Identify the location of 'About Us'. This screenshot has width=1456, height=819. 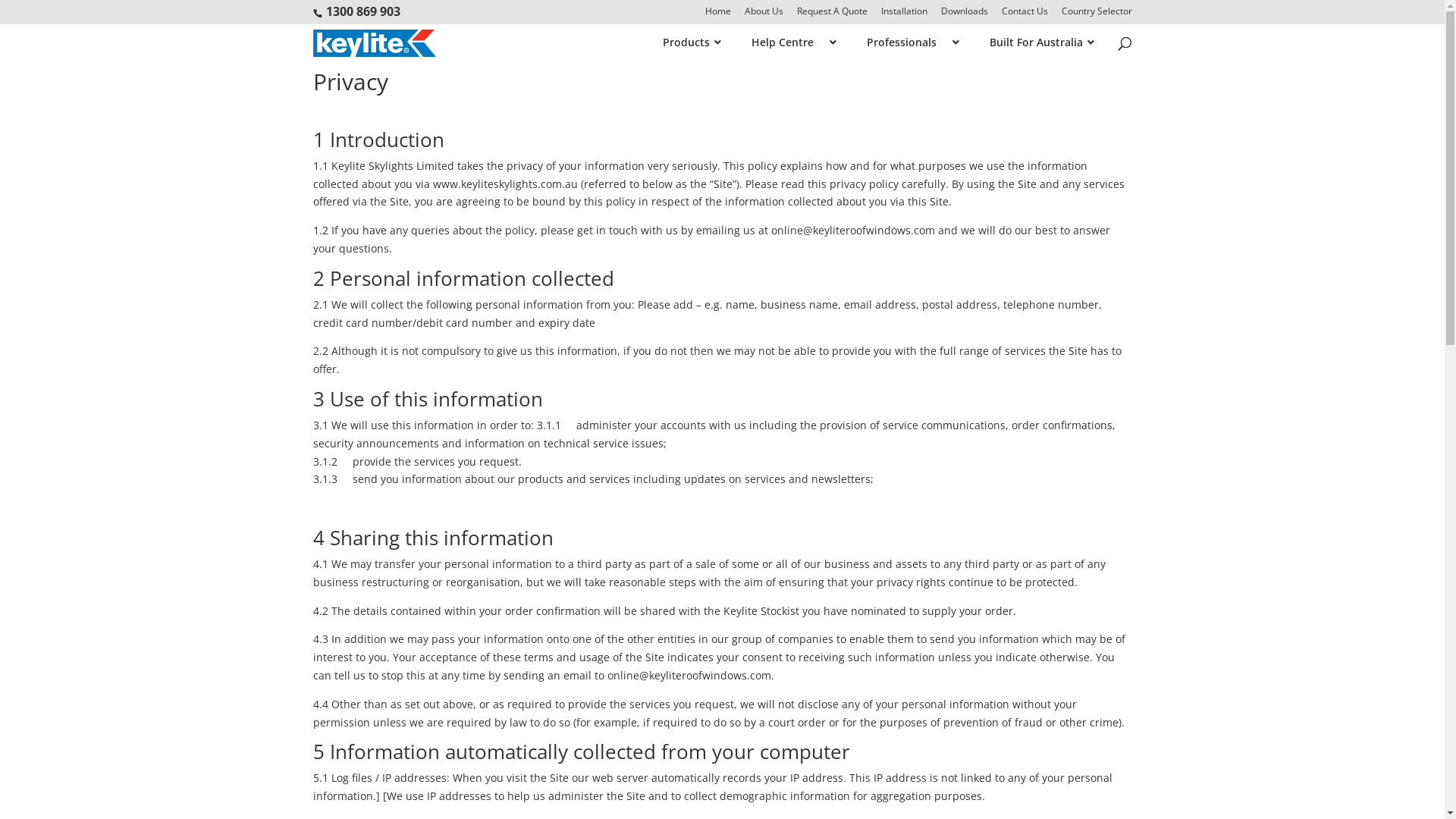
(764, 14).